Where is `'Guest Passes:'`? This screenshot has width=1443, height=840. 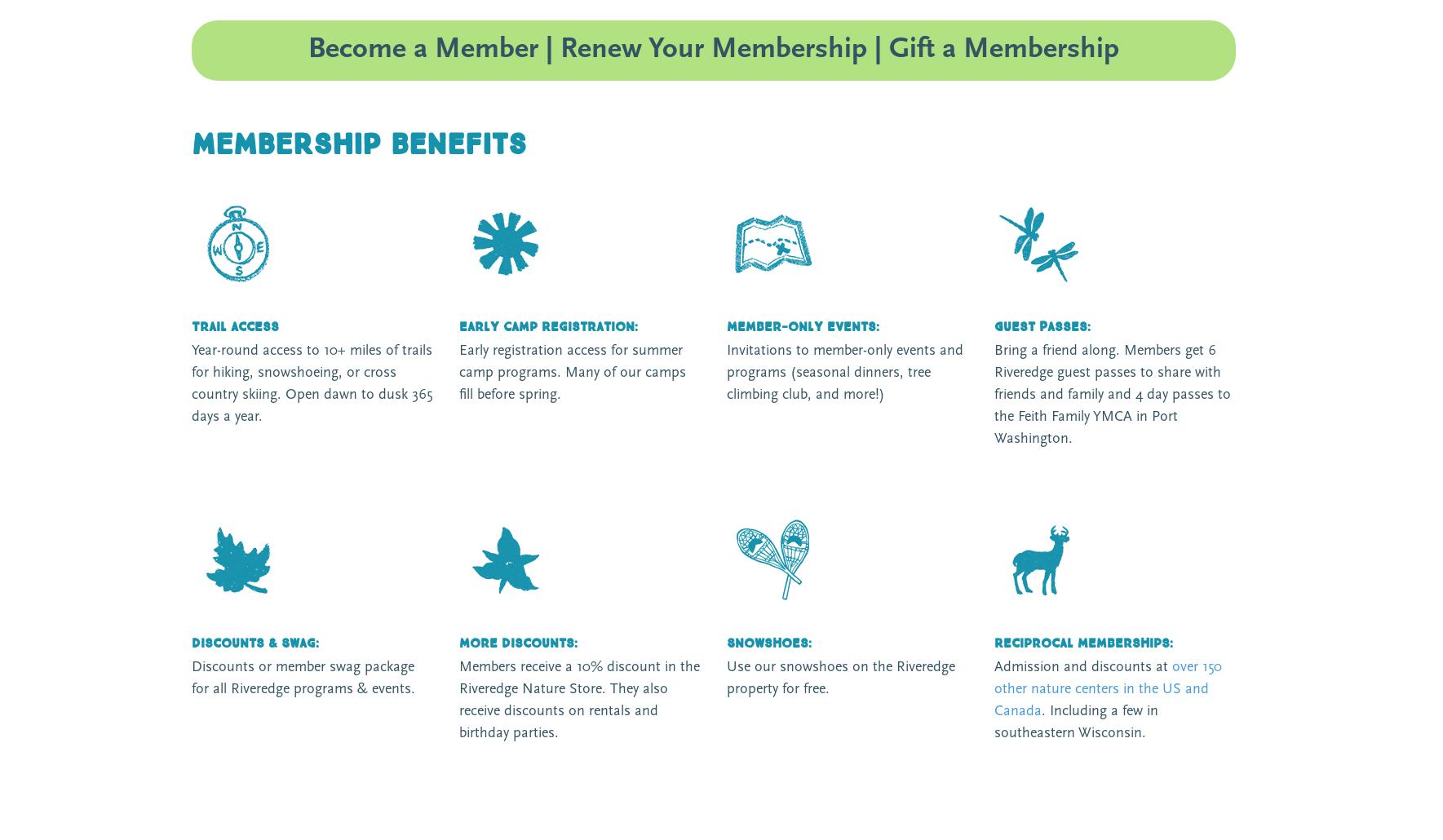
'Guest Passes:' is located at coordinates (1042, 326).